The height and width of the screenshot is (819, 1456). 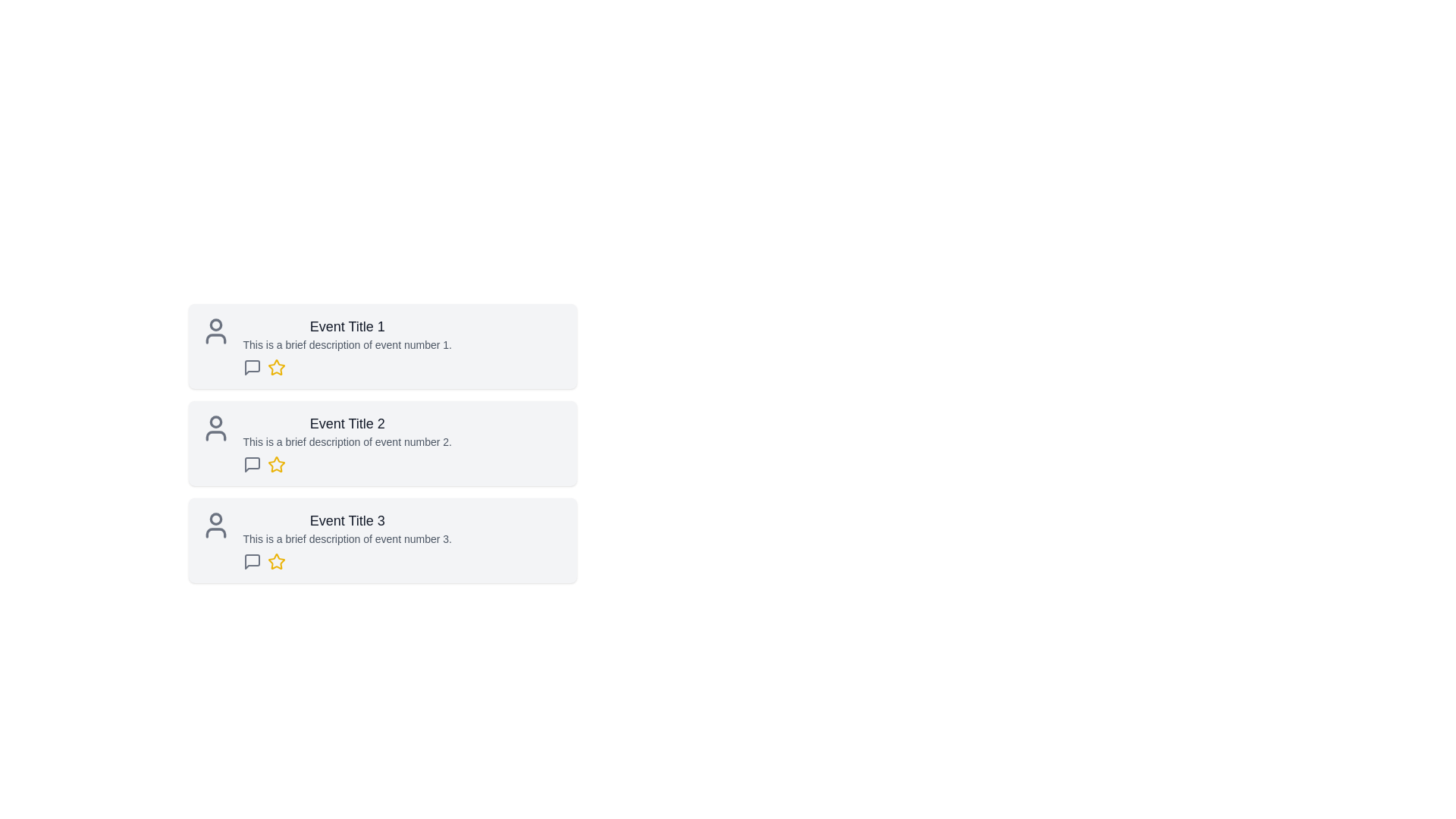 What do you see at coordinates (252, 368) in the screenshot?
I see `the gray speech bubble icon, which is the first icon in a row of two icons located at the bottom right of the first event card` at bounding box center [252, 368].